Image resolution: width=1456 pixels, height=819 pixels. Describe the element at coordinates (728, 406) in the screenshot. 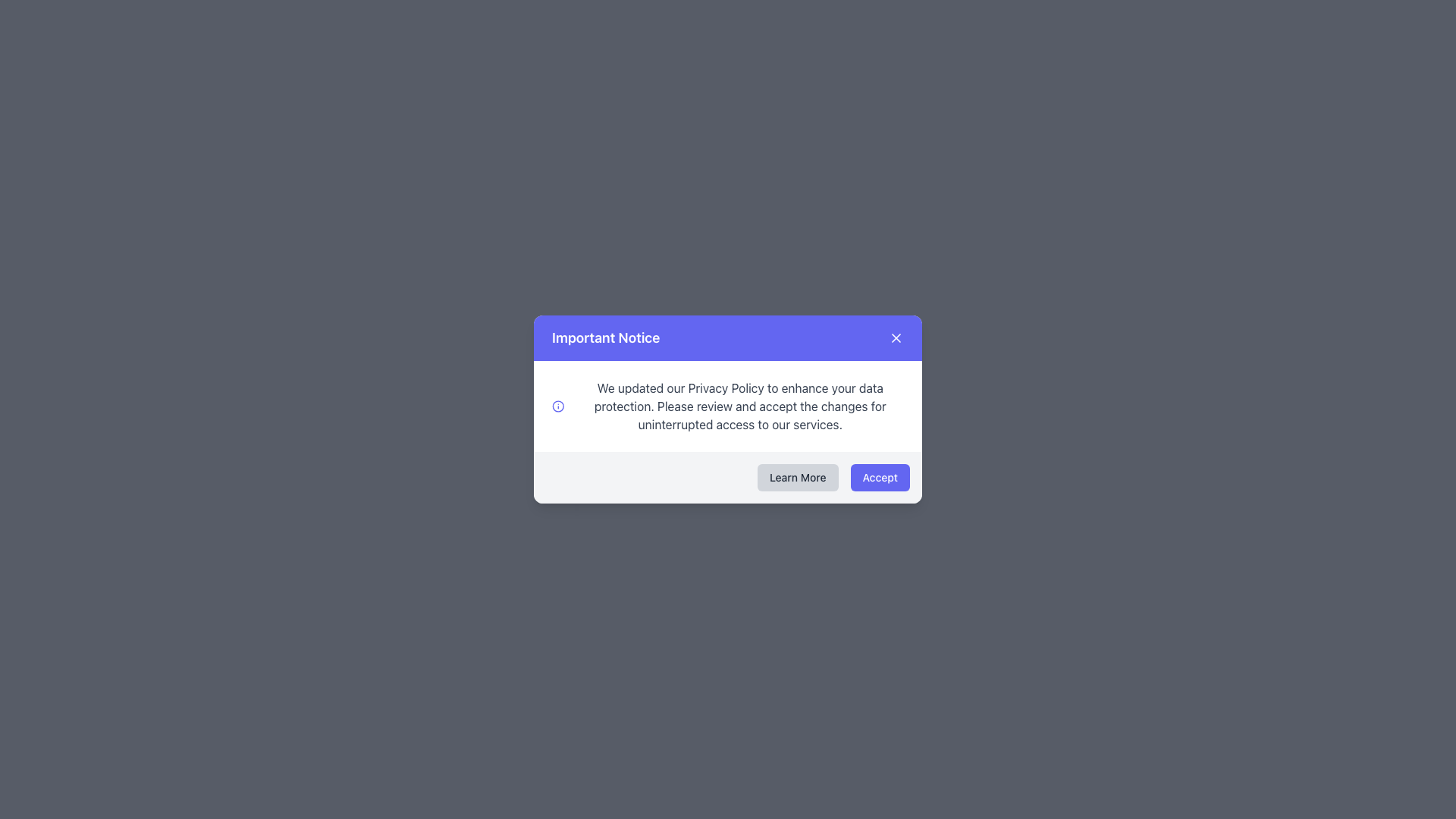

I see `informational text message that states 'We updated our Privacy Policy to enhance your data protection. Please review and accept the changes for uninterrupted access to our services.' located in the modal dialog titled 'Important Notice.'` at that location.